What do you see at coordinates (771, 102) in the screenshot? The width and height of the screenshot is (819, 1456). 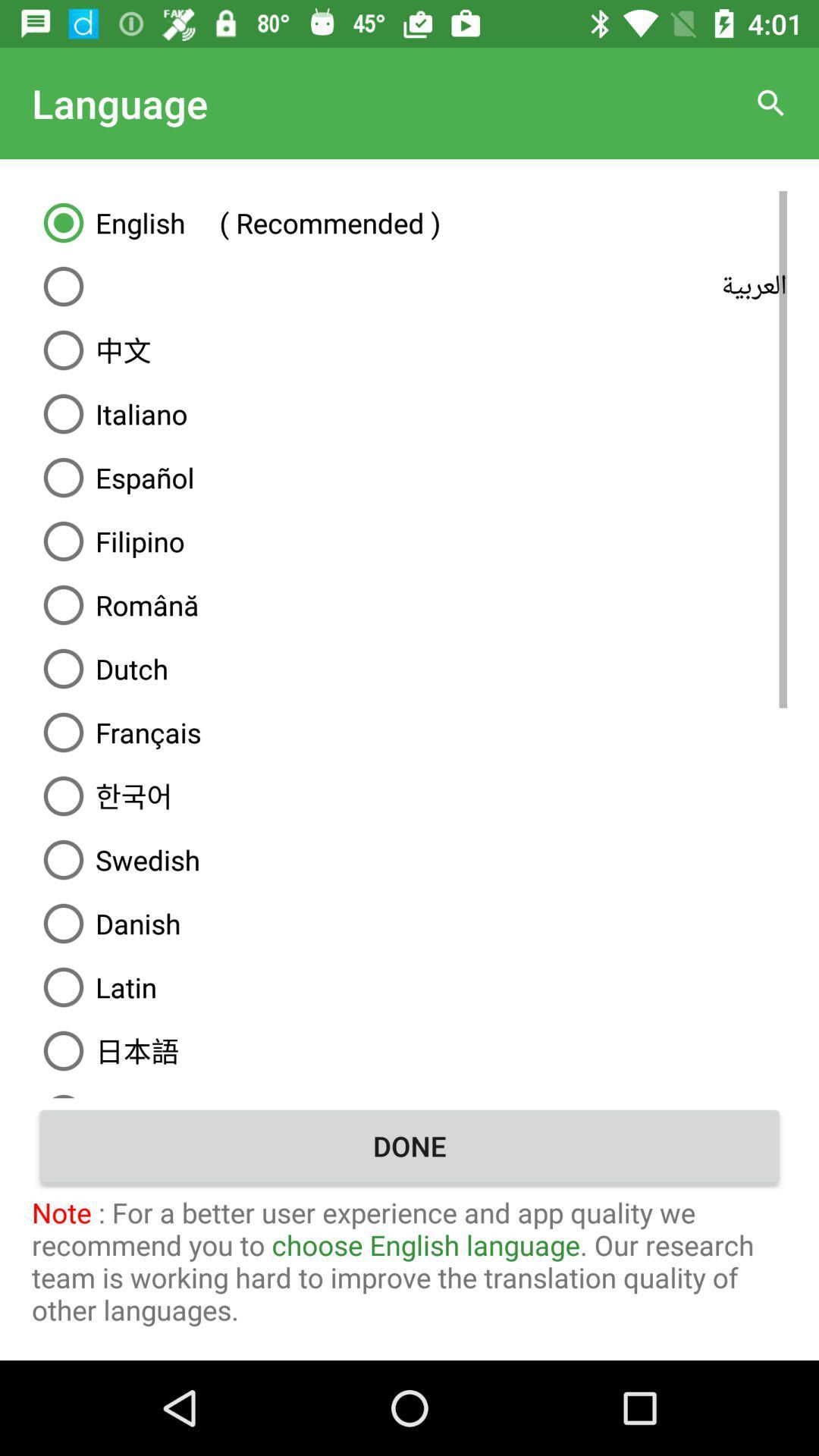 I see `icon next to language icon` at bounding box center [771, 102].